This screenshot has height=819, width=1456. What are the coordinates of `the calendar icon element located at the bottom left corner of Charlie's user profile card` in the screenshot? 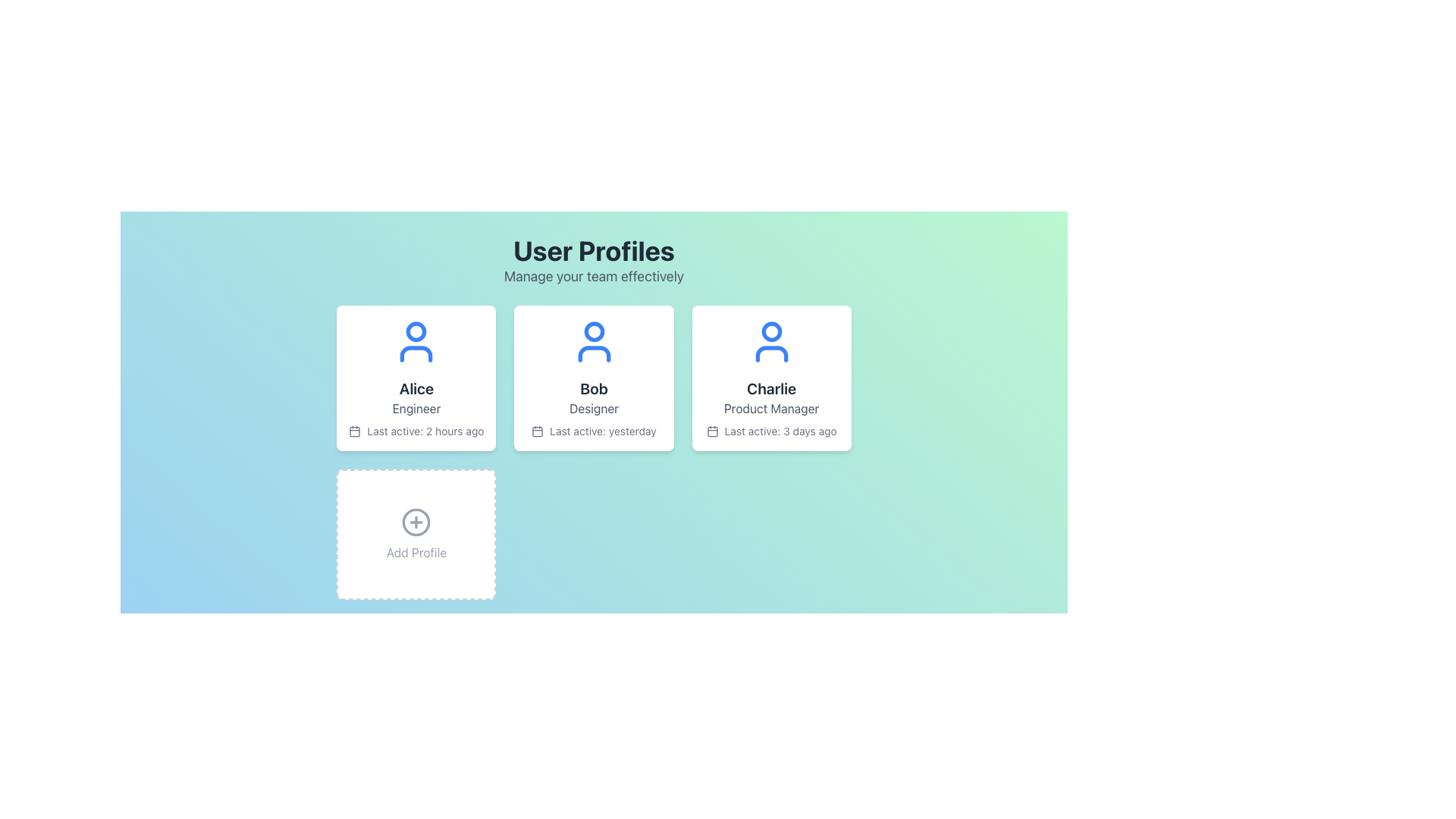 It's located at (711, 431).